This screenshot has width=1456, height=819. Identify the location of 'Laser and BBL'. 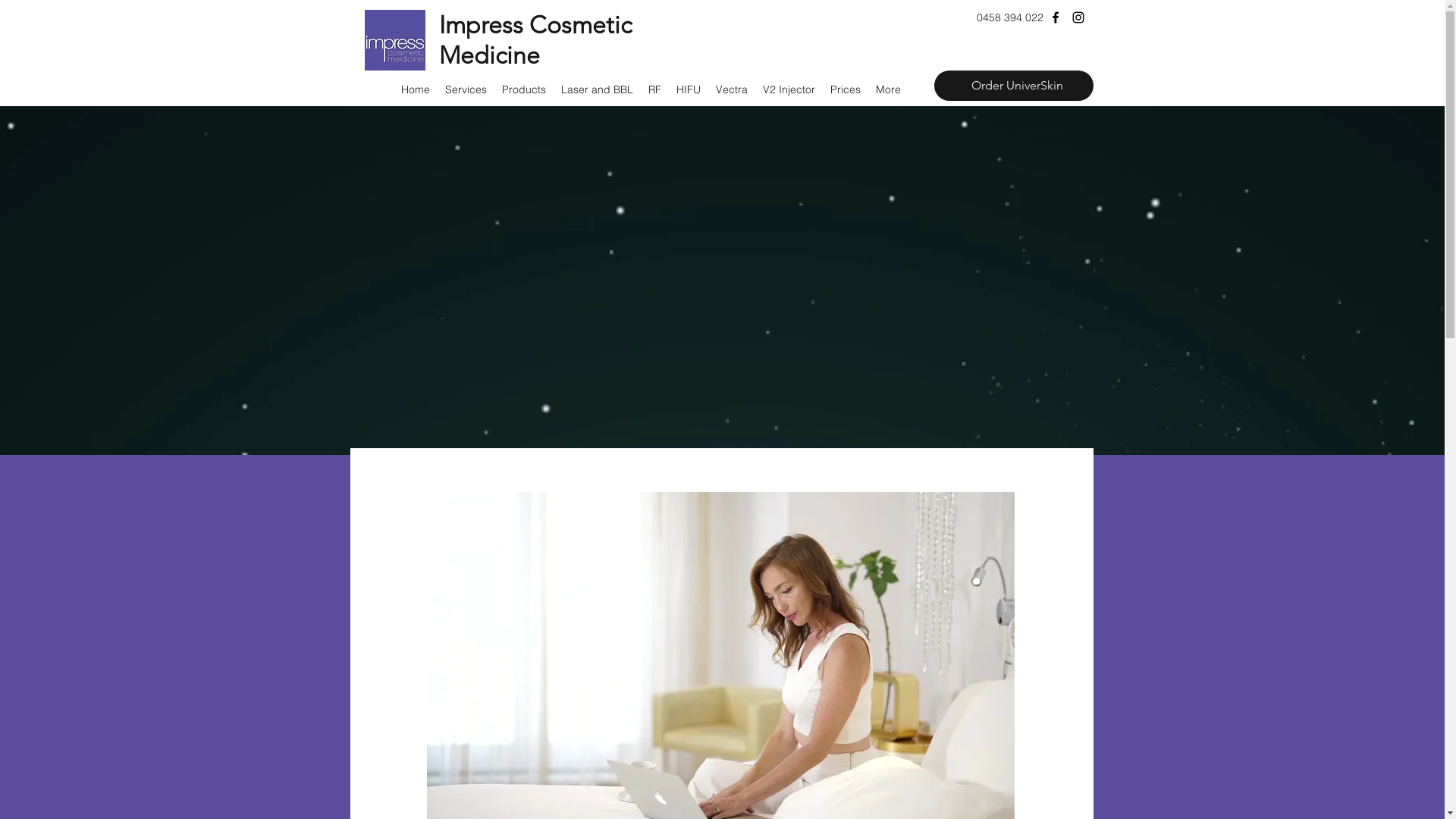
(596, 89).